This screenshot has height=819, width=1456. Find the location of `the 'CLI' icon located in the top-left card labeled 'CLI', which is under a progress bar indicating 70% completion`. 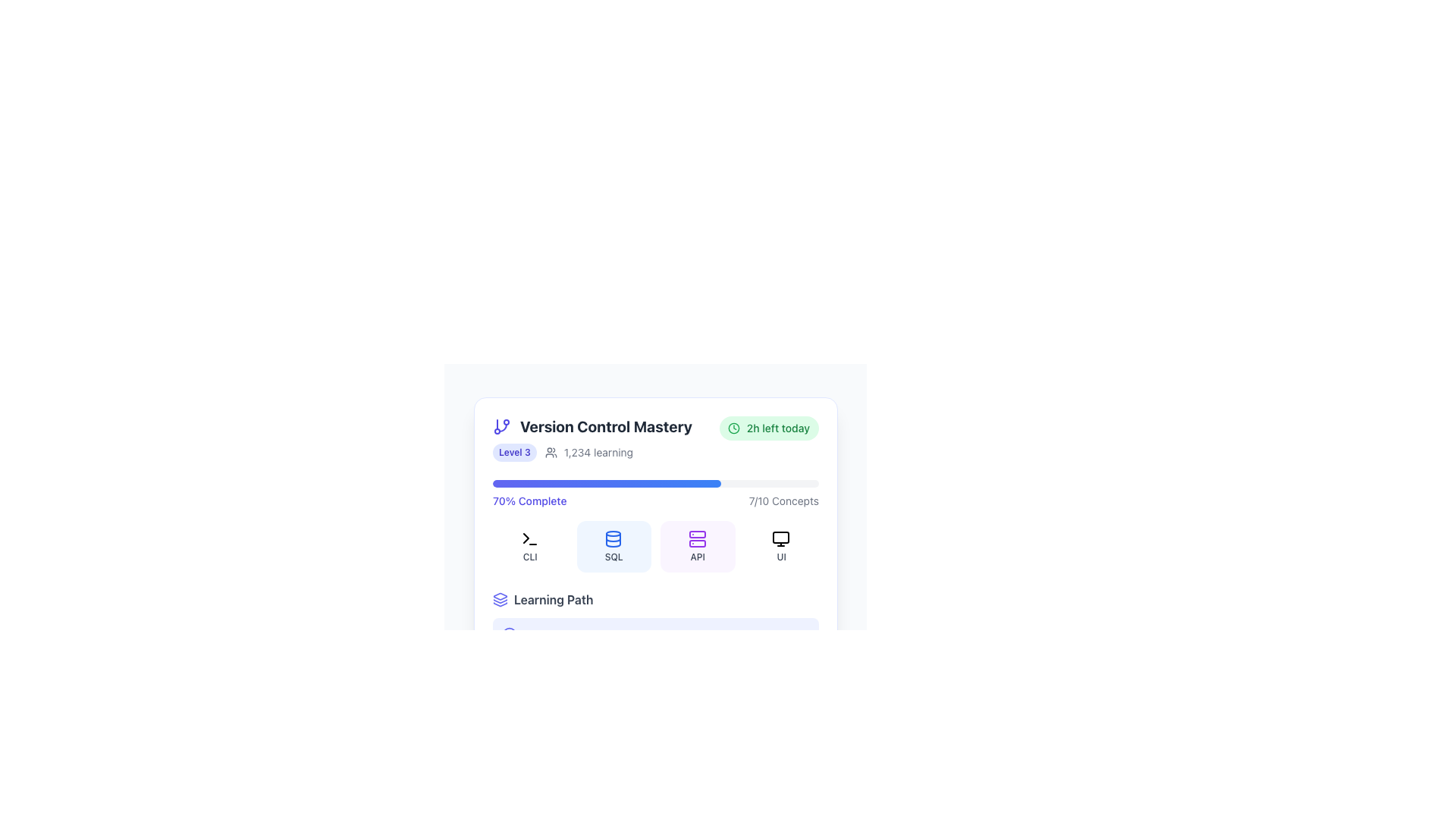

the 'CLI' icon located in the top-left card labeled 'CLI', which is under a progress bar indicating 70% completion is located at coordinates (529, 538).